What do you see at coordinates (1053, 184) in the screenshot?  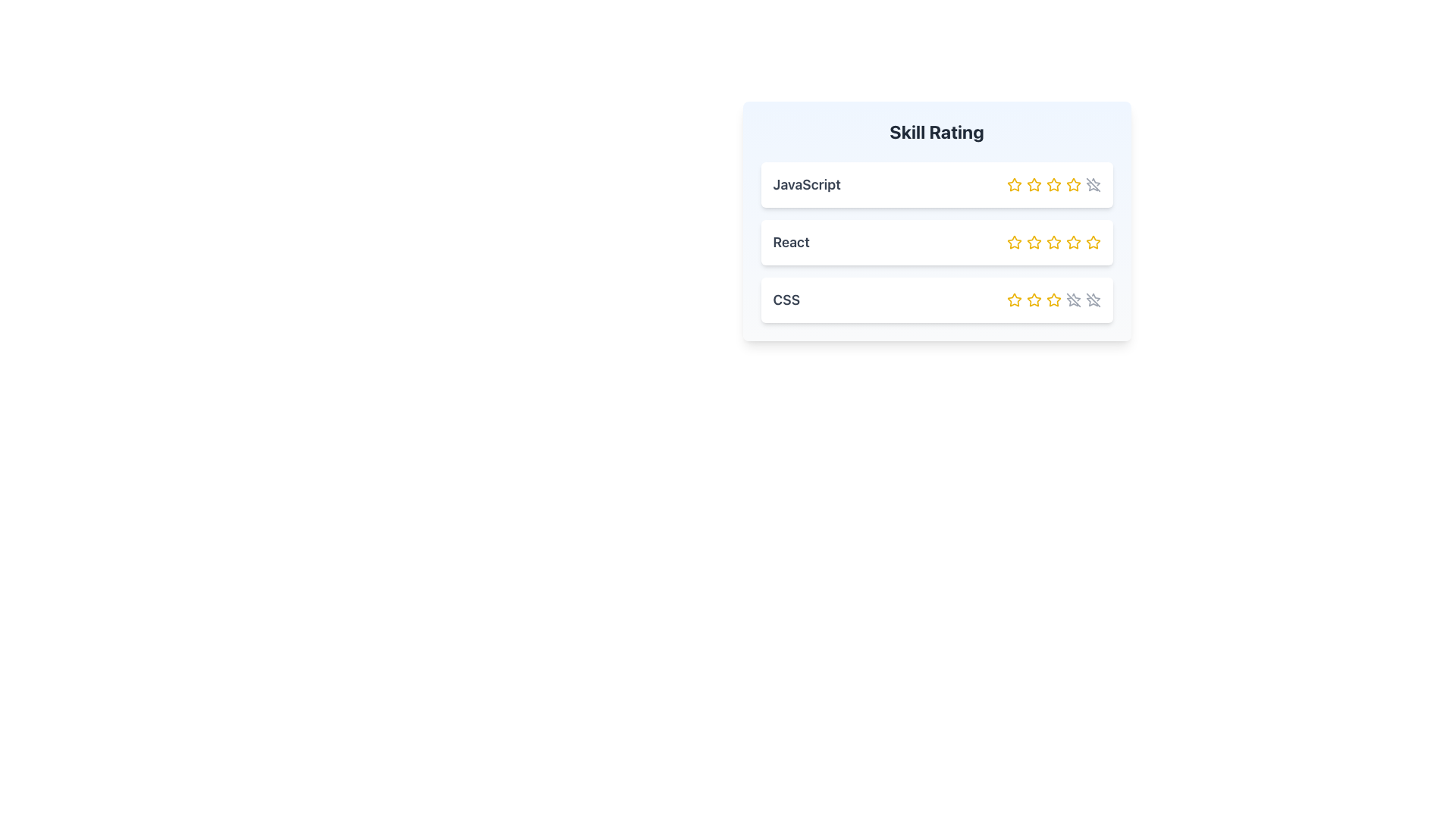 I see `the fourth star icon in the five-star rating system for 'JavaScript'` at bounding box center [1053, 184].